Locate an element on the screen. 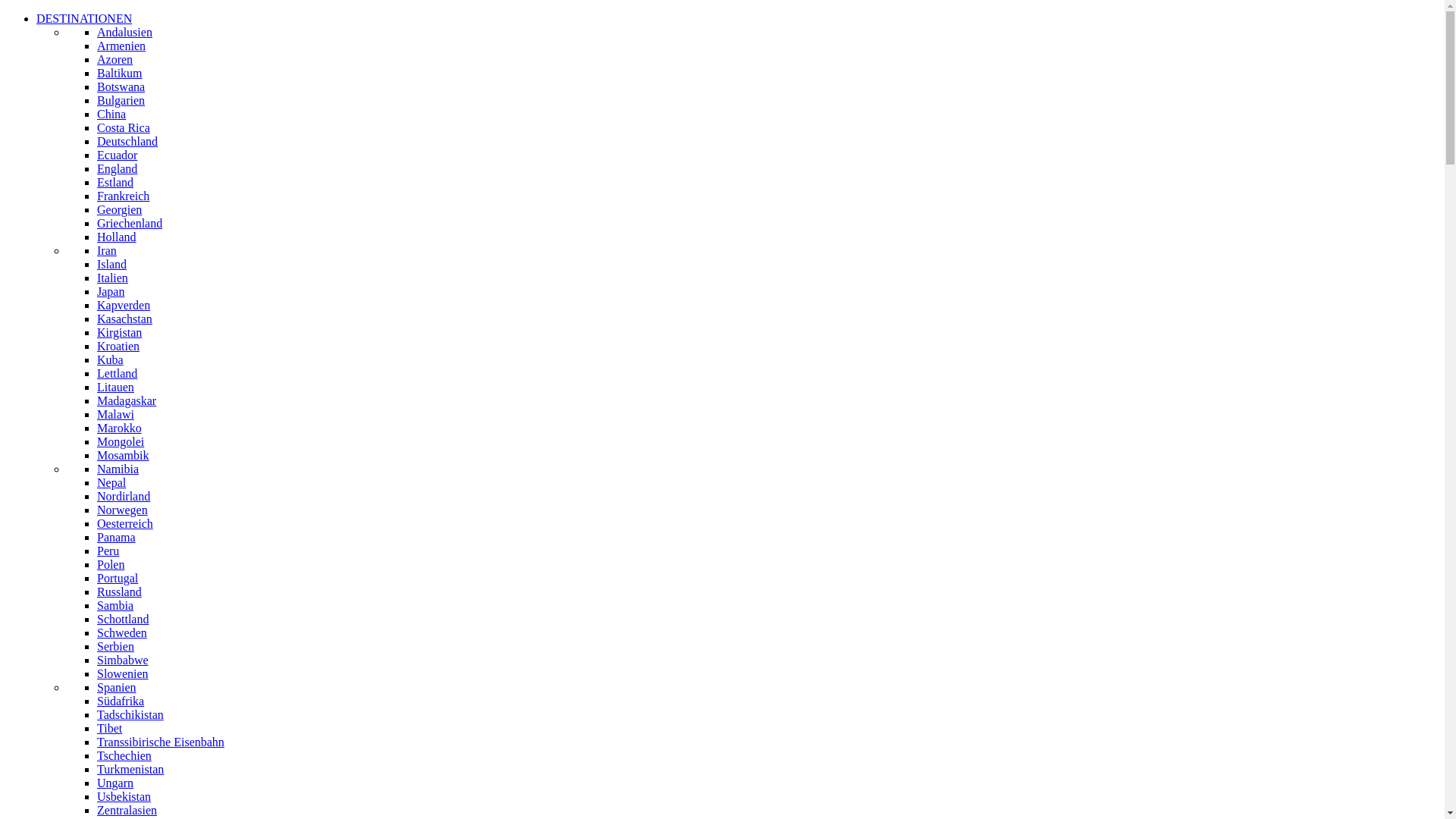 The height and width of the screenshot is (819, 1456). 'Kuba' is located at coordinates (109, 359).